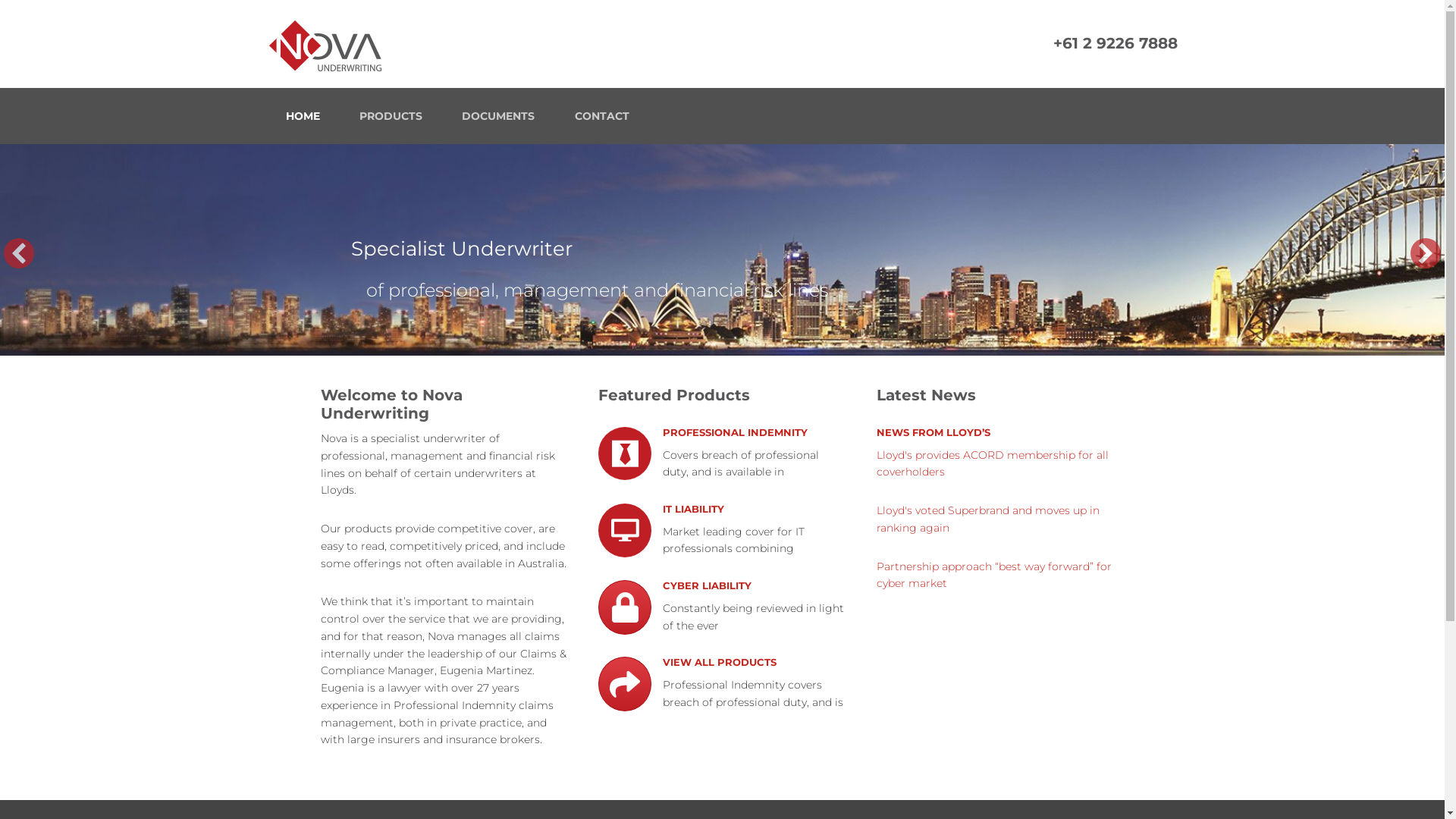 The image size is (1456, 819). Describe the element at coordinates (391, 115) in the screenshot. I see `'PRODUCTS'` at that location.